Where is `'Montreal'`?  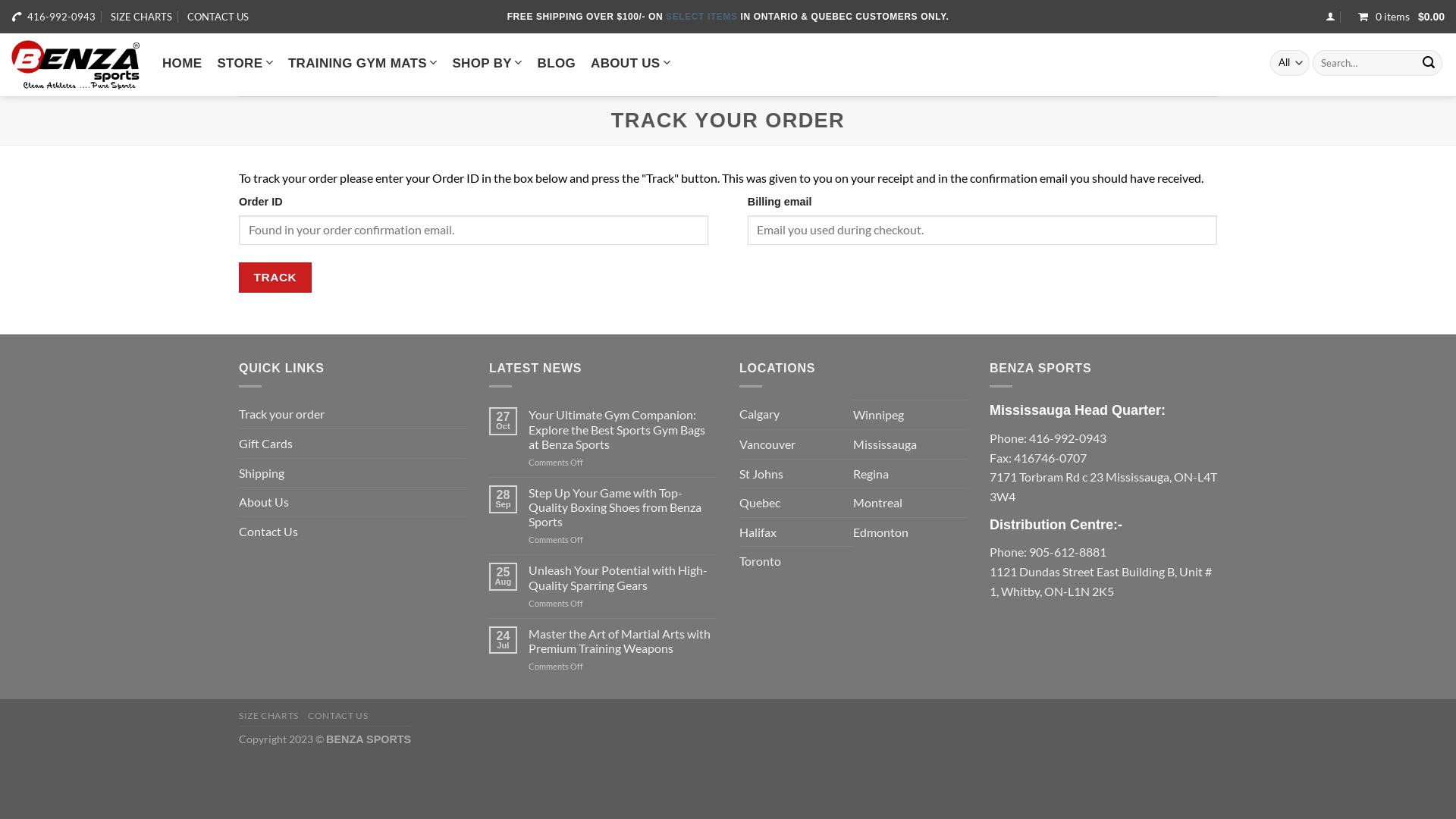
'Montreal' is located at coordinates (877, 503).